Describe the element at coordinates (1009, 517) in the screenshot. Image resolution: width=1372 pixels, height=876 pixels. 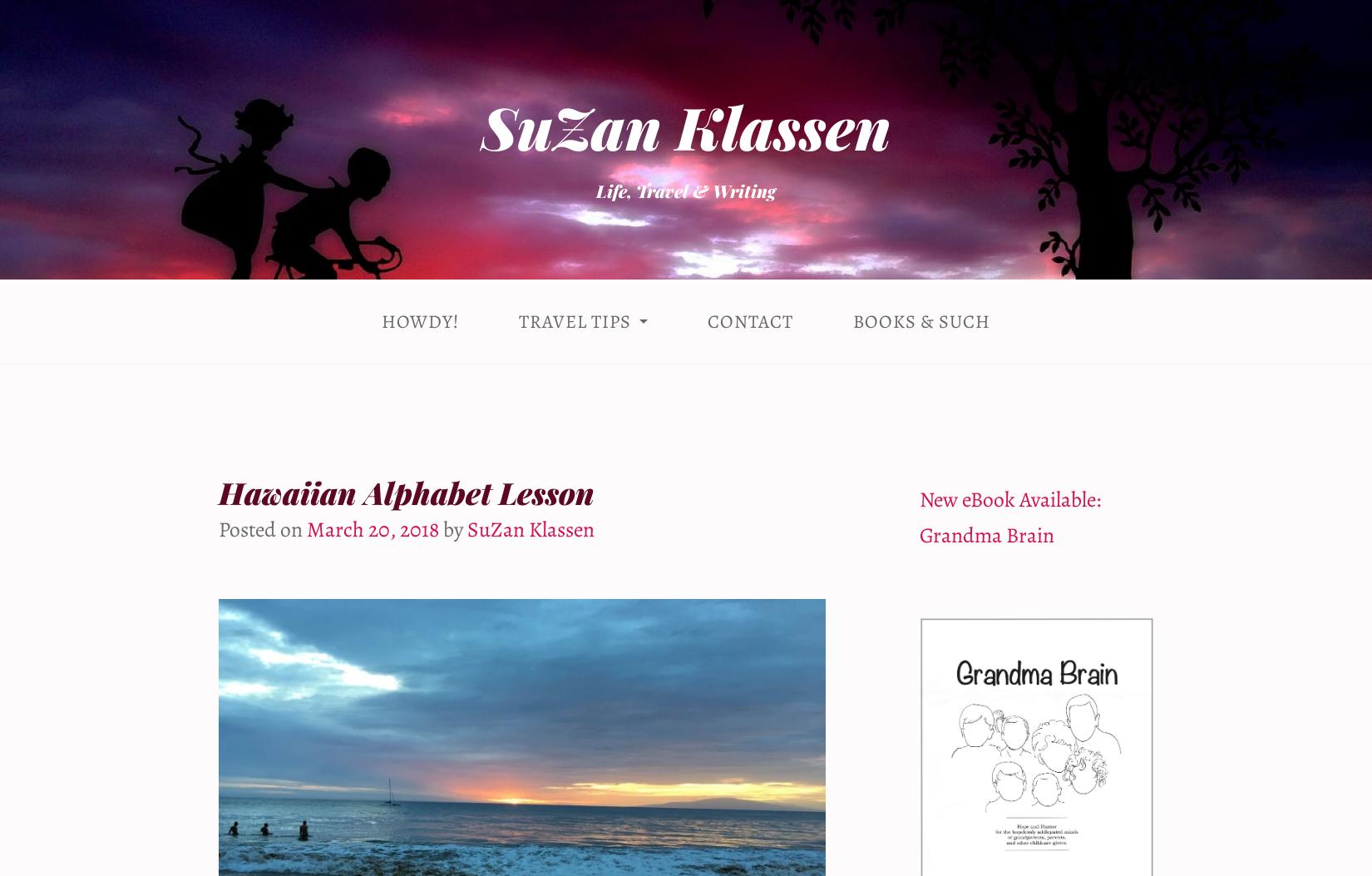
I see `'New eBook Available: Grandma Brain'` at that location.